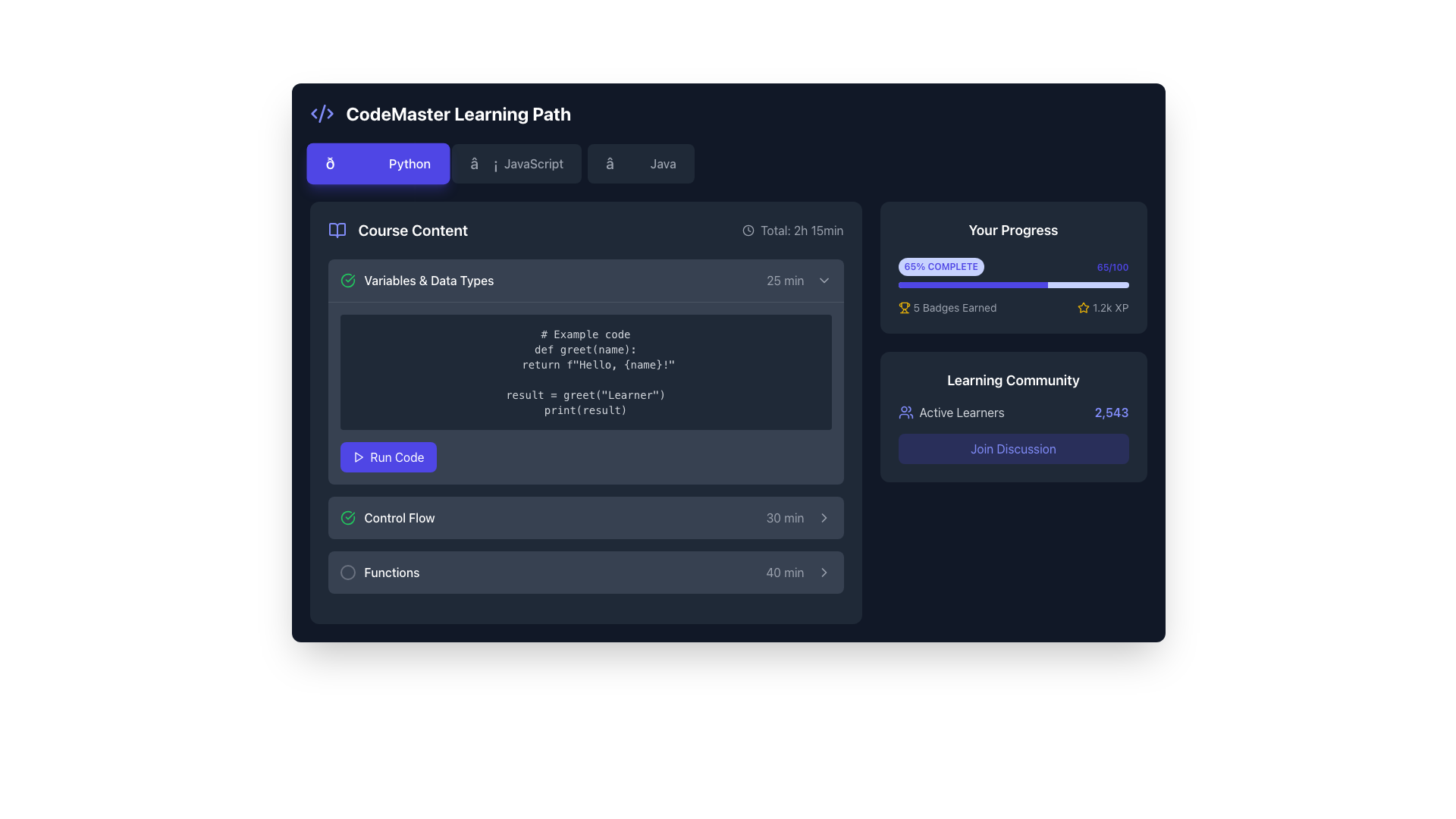 Image resolution: width=1456 pixels, height=819 pixels. What do you see at coordinates (785, 281) in the screenshot?
I see `the text label displaying '25 min' in the header section of the collapsible content card under 'Variables & Data Types' in 'Course Content'` at bounding box center [785, 281].